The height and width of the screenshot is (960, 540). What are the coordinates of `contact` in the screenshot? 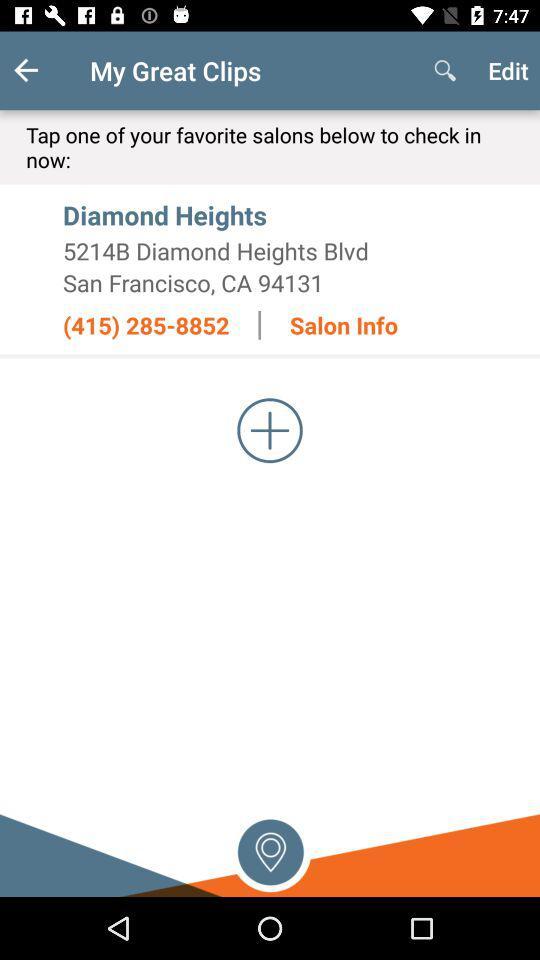 It's located at (270, 430).